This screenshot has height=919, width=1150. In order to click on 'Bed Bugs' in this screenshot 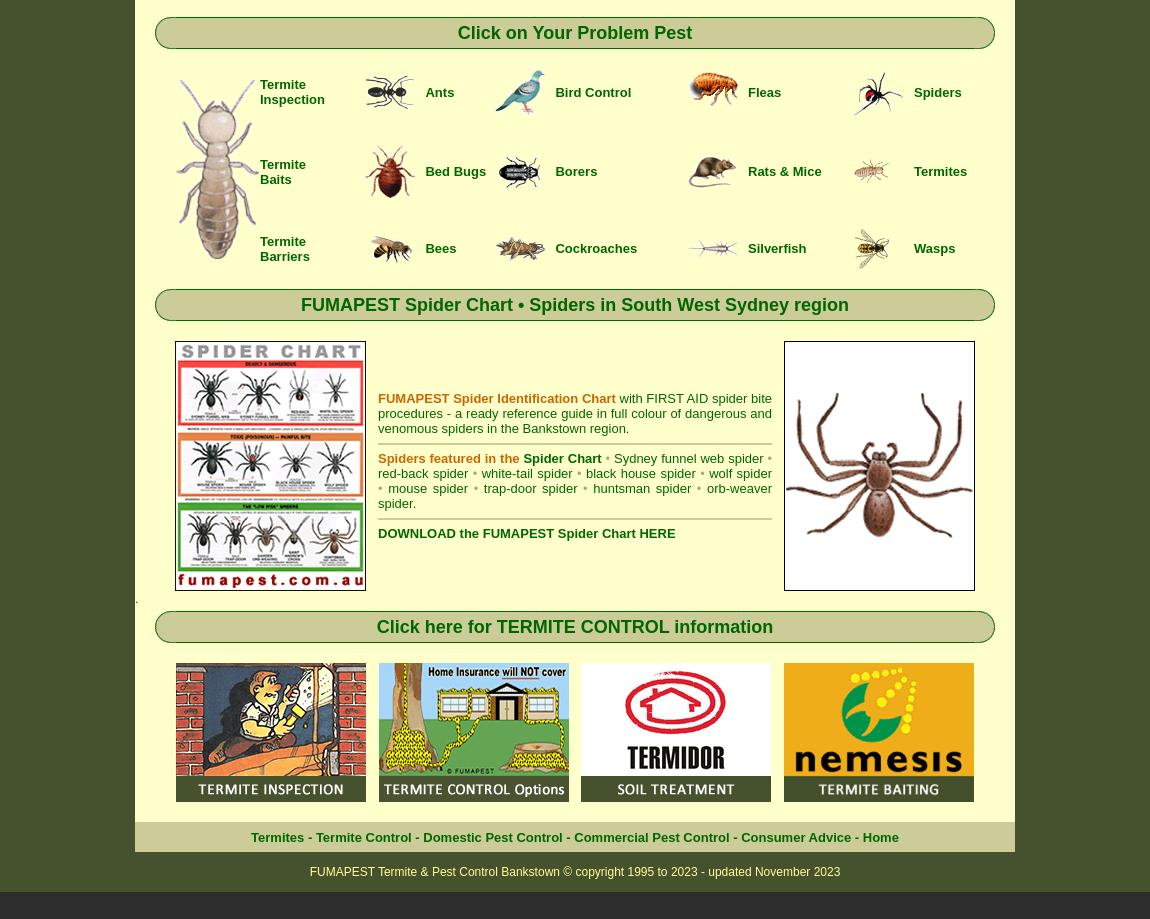, I will do `click(455, 170)`.